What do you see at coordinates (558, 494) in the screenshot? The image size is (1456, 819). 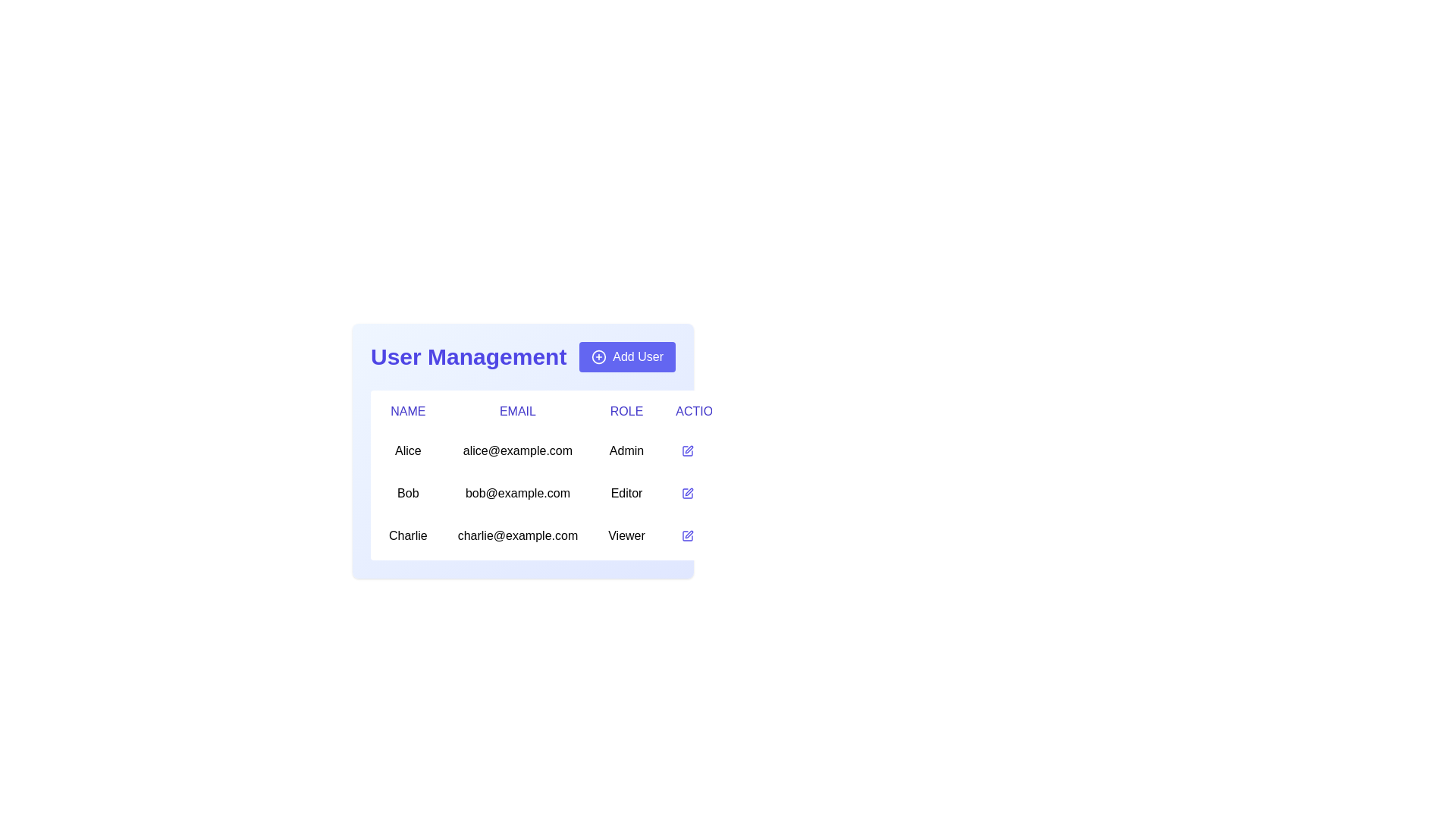 I see `the details of the user information in the table component by reading the data presented in the rows beneath the headings` at bounding box center [558, 494].